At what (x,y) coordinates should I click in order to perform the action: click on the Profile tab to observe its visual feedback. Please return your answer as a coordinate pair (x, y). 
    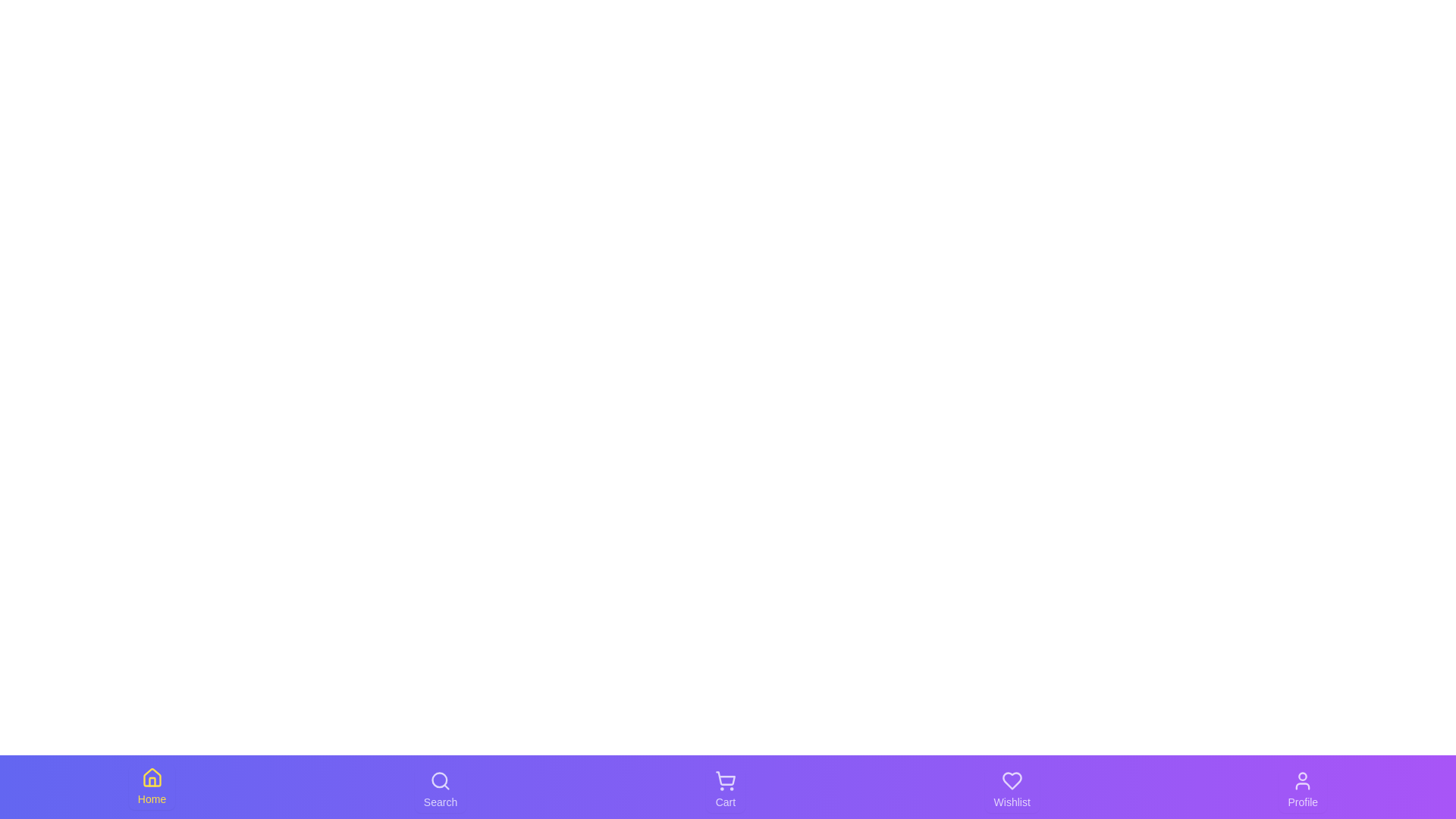
    Looking at the image, I should click on (1302, 789).